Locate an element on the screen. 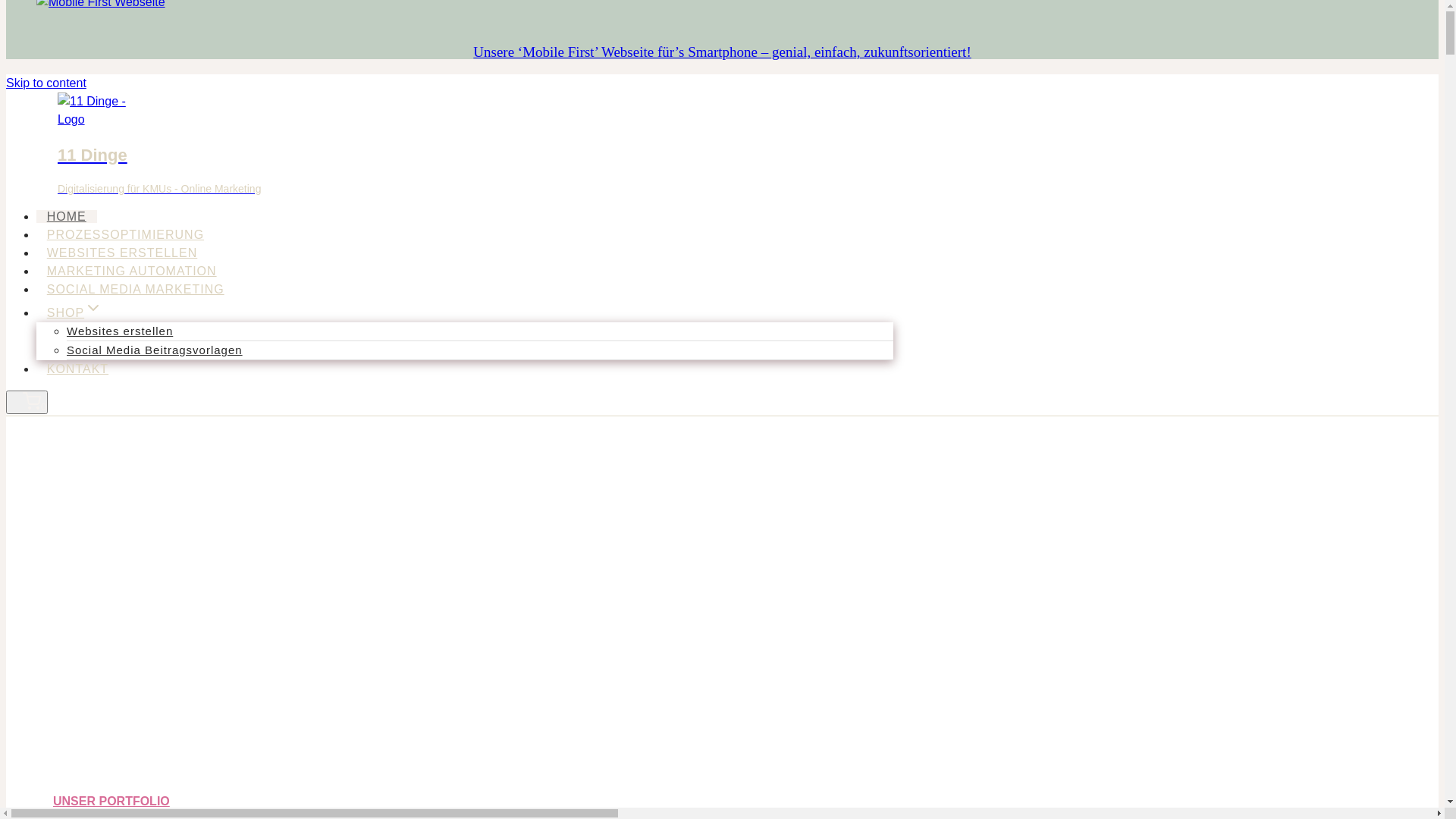  'SOCIAL MEDIA MARKETING' is located at coordinates (135, 289).